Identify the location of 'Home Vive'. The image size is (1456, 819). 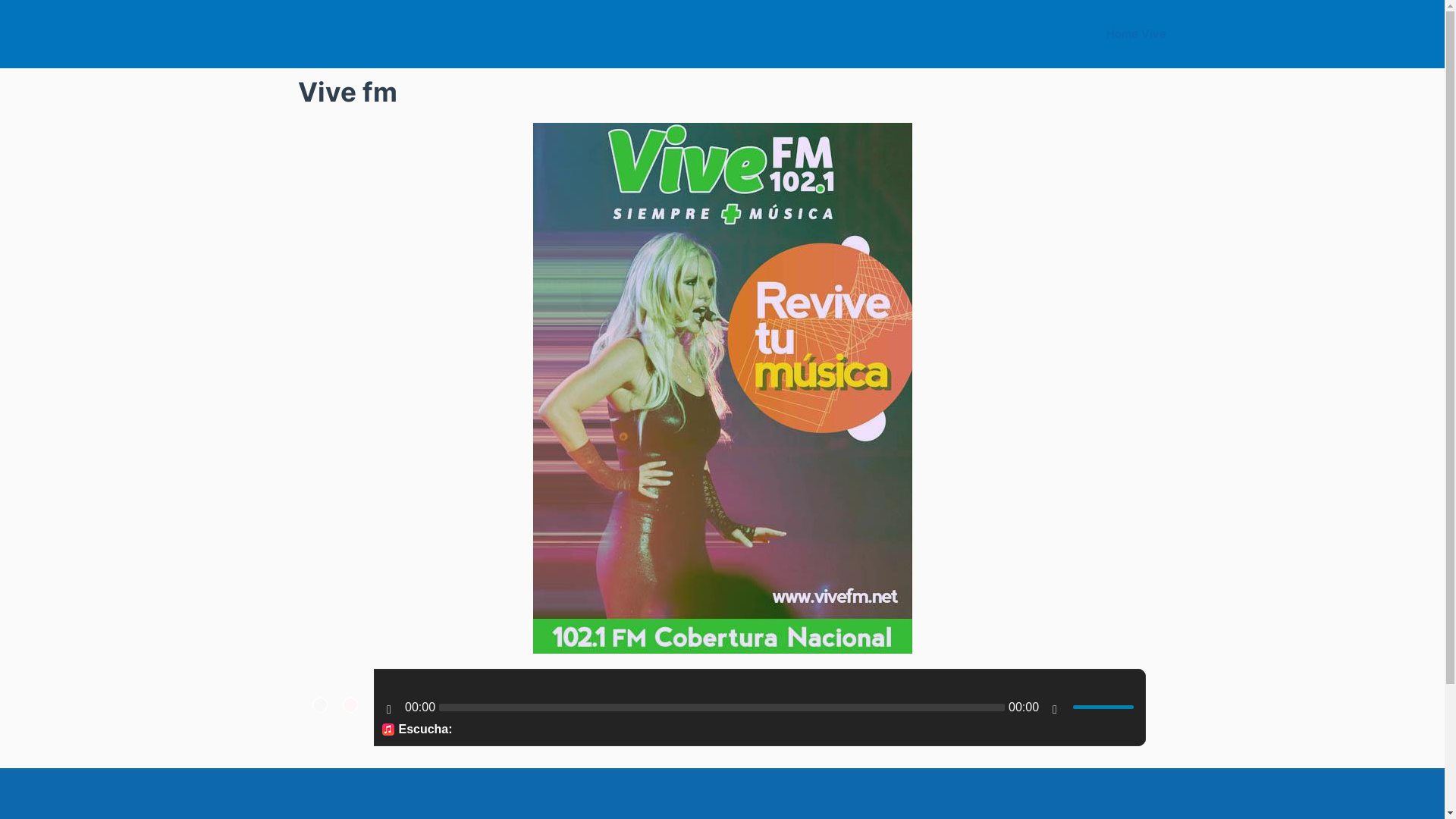
(1136, 34).